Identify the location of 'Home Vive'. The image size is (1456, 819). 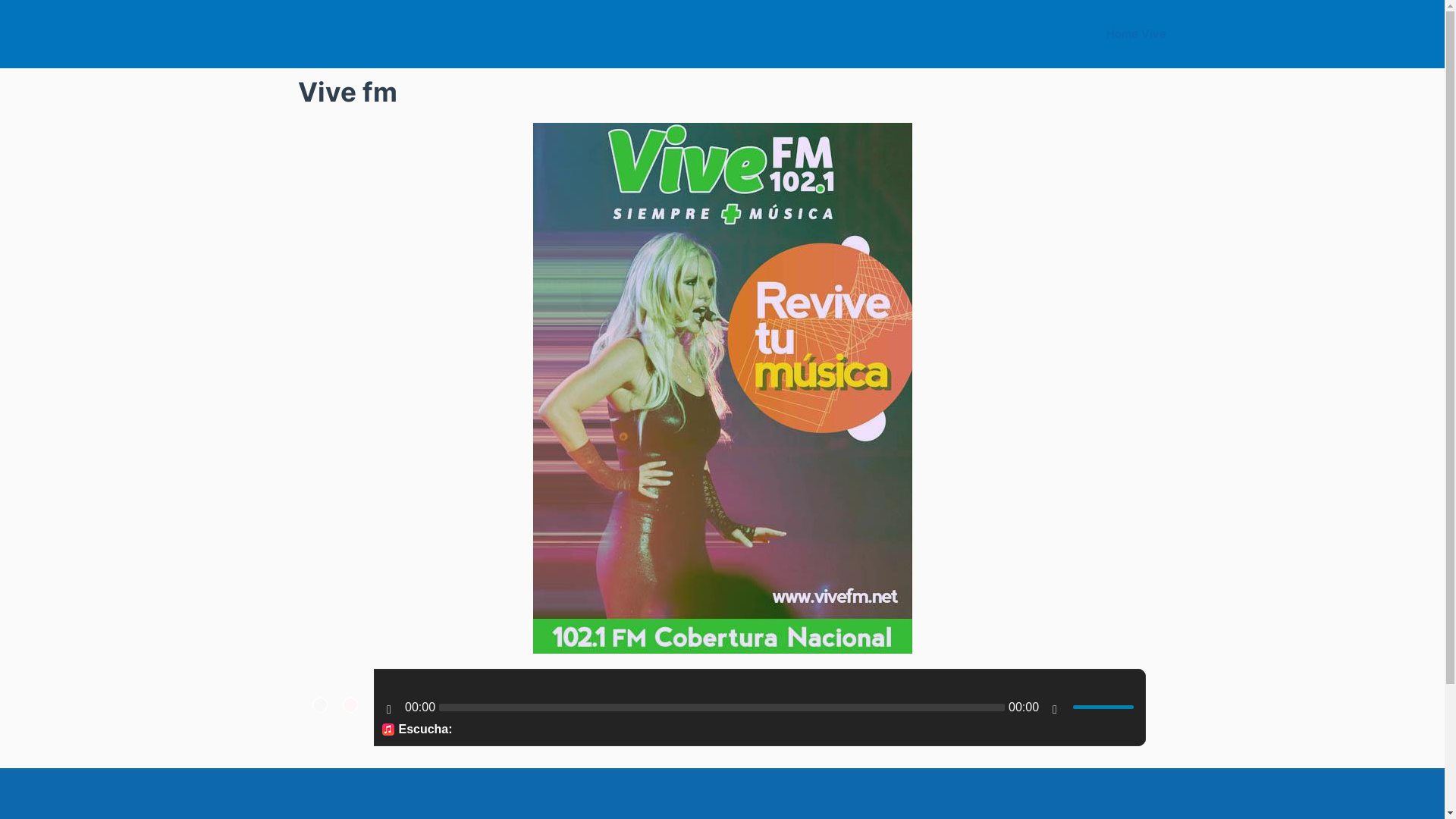
(1136, 34).